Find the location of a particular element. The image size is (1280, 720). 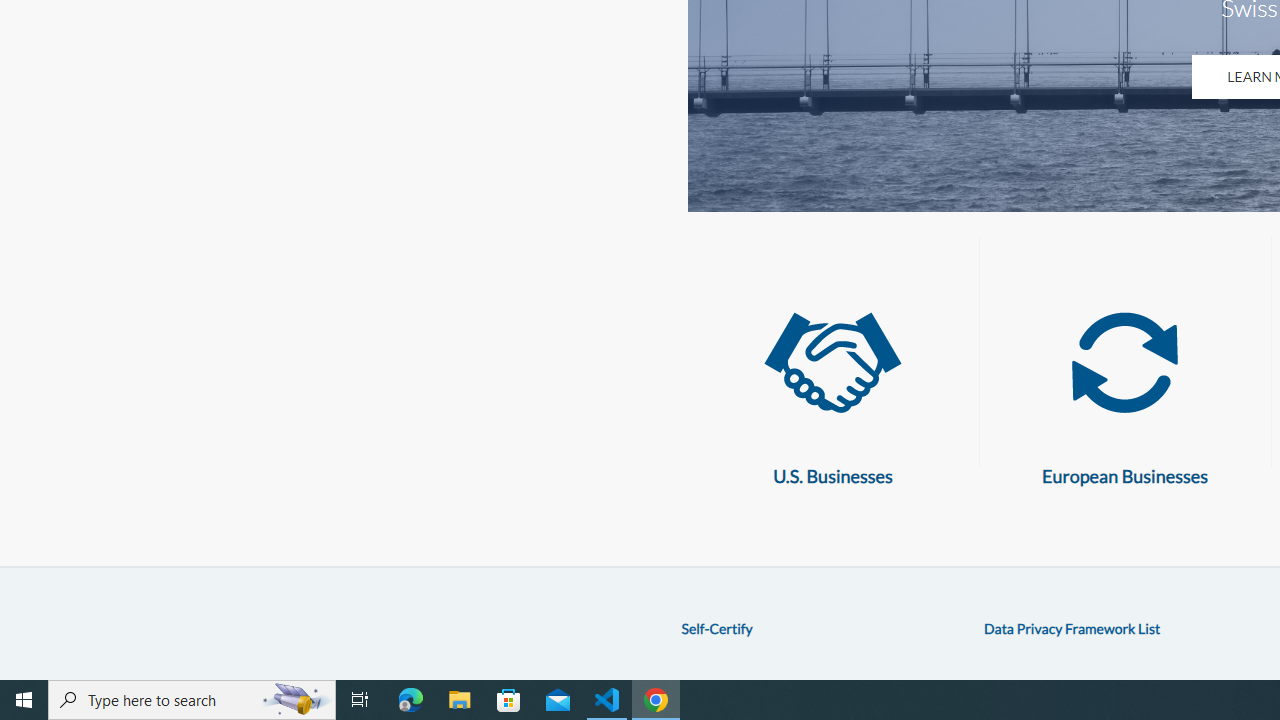

'European Businesses European Businesses' is located at coordinates (1125, 389).